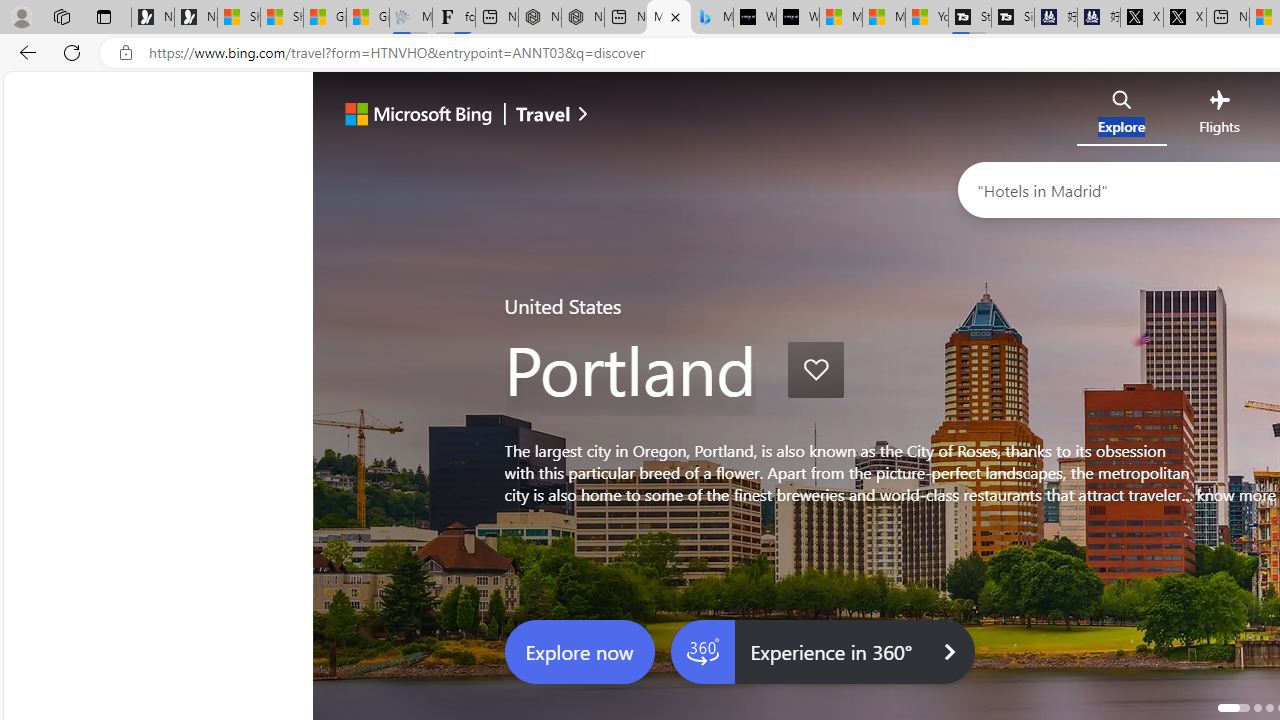  I want to click on 'Refresh', so click(72, 51).